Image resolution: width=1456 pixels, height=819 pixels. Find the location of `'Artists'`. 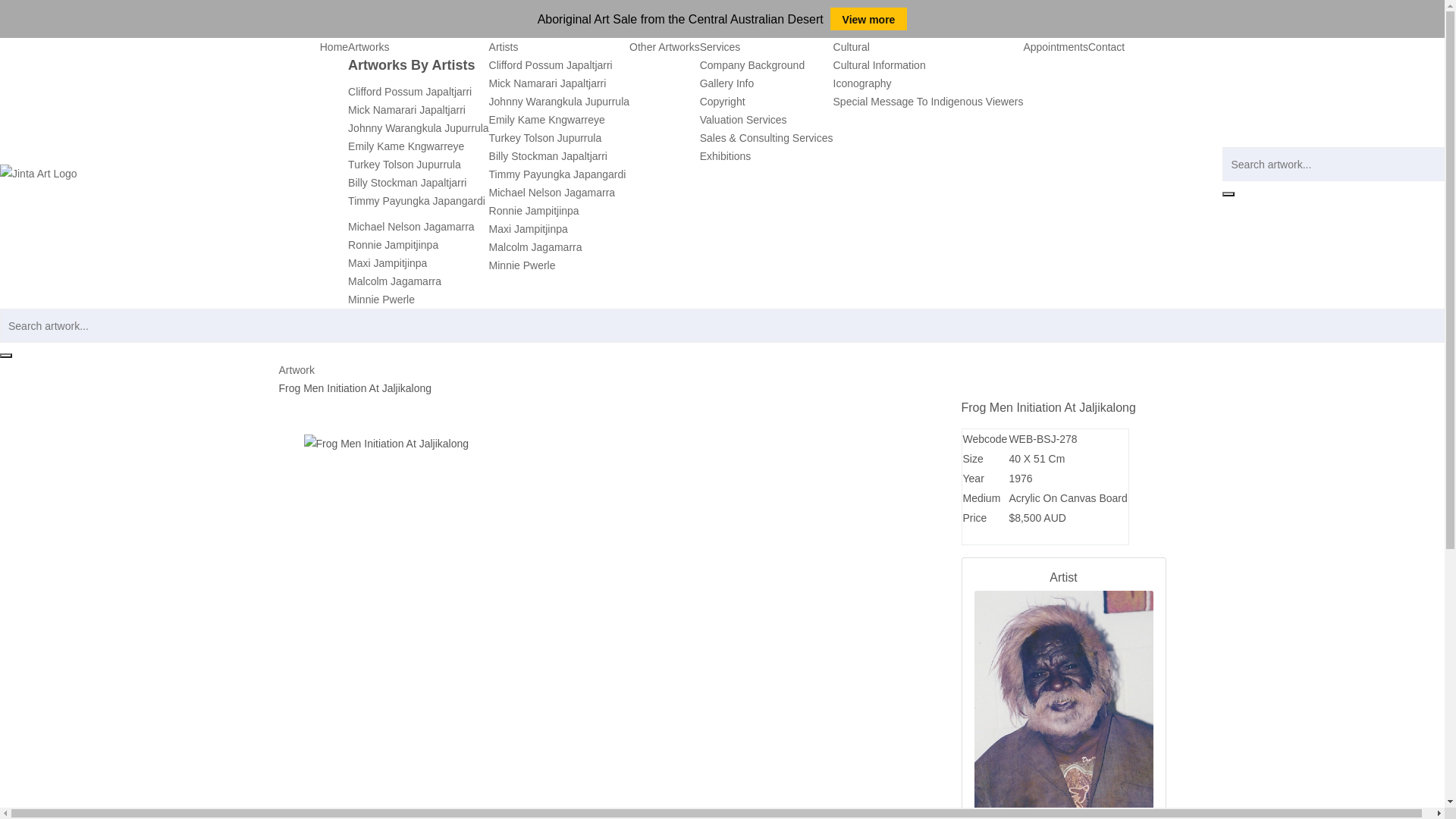

'Artists' is located at coordinates (504, 45).